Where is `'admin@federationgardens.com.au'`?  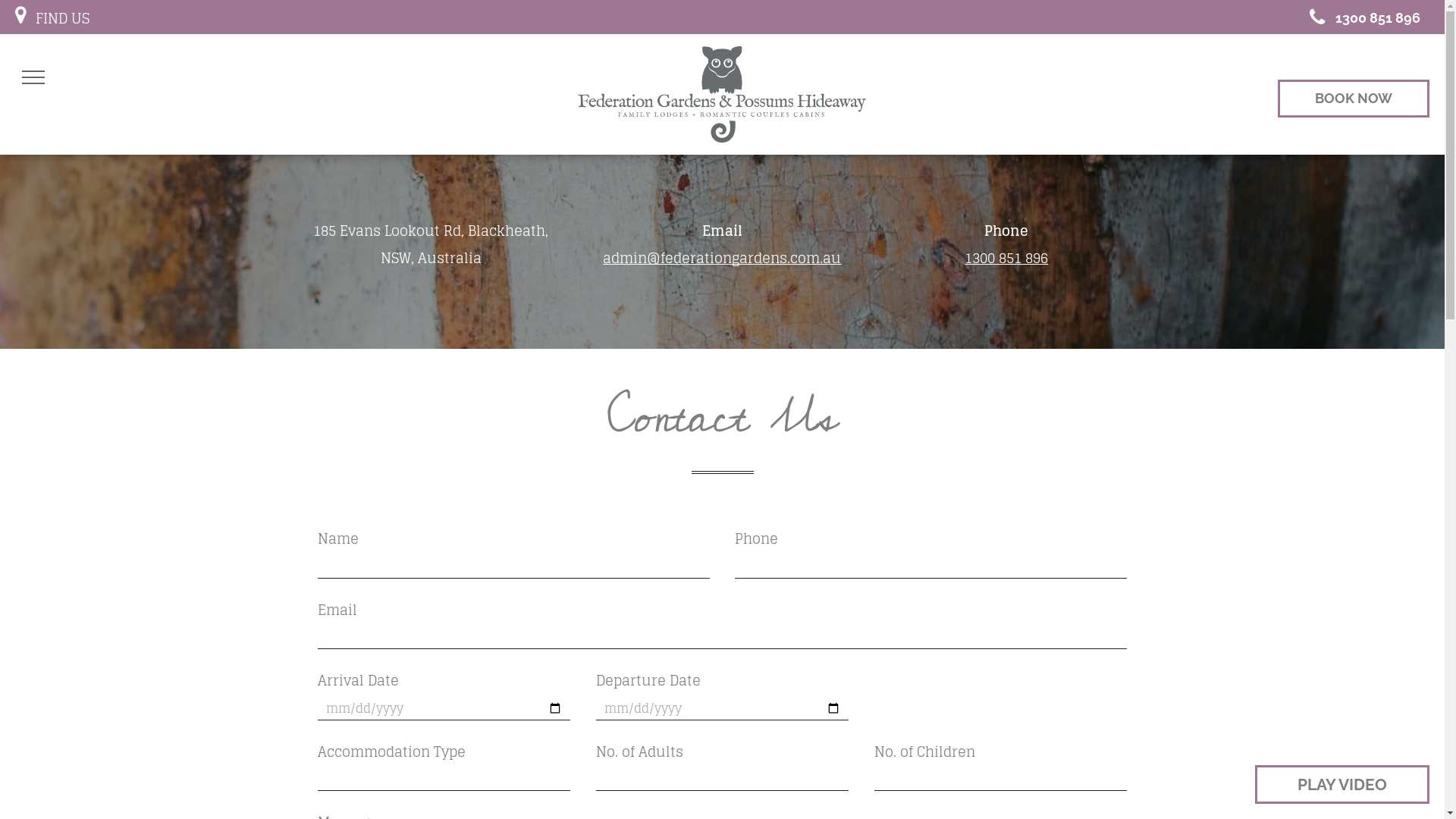 'admin@federationgardens.com.au' is located at coordinates (720, 256).